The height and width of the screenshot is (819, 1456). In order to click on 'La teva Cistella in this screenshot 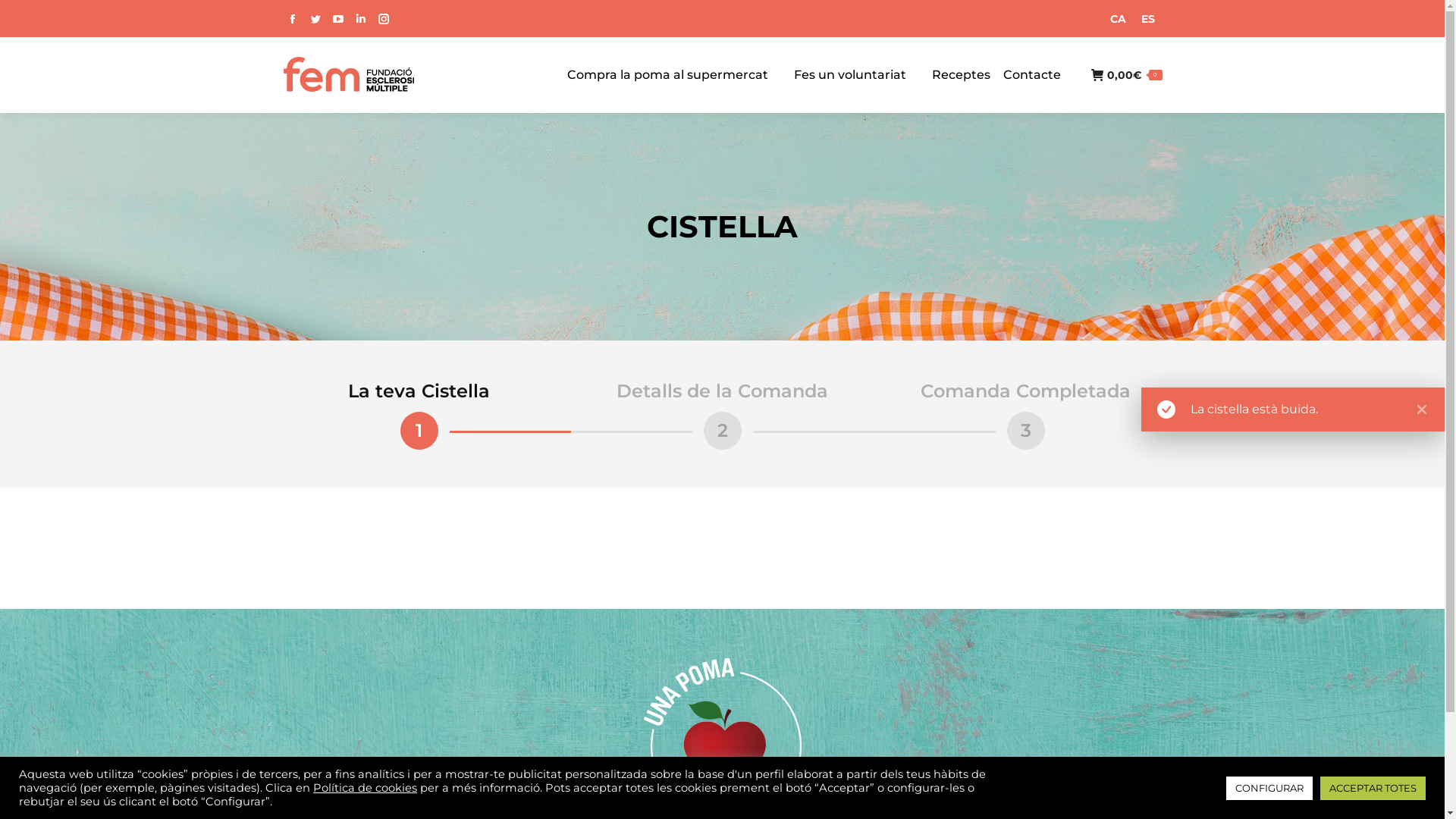, I will do `click(266, 414)`.